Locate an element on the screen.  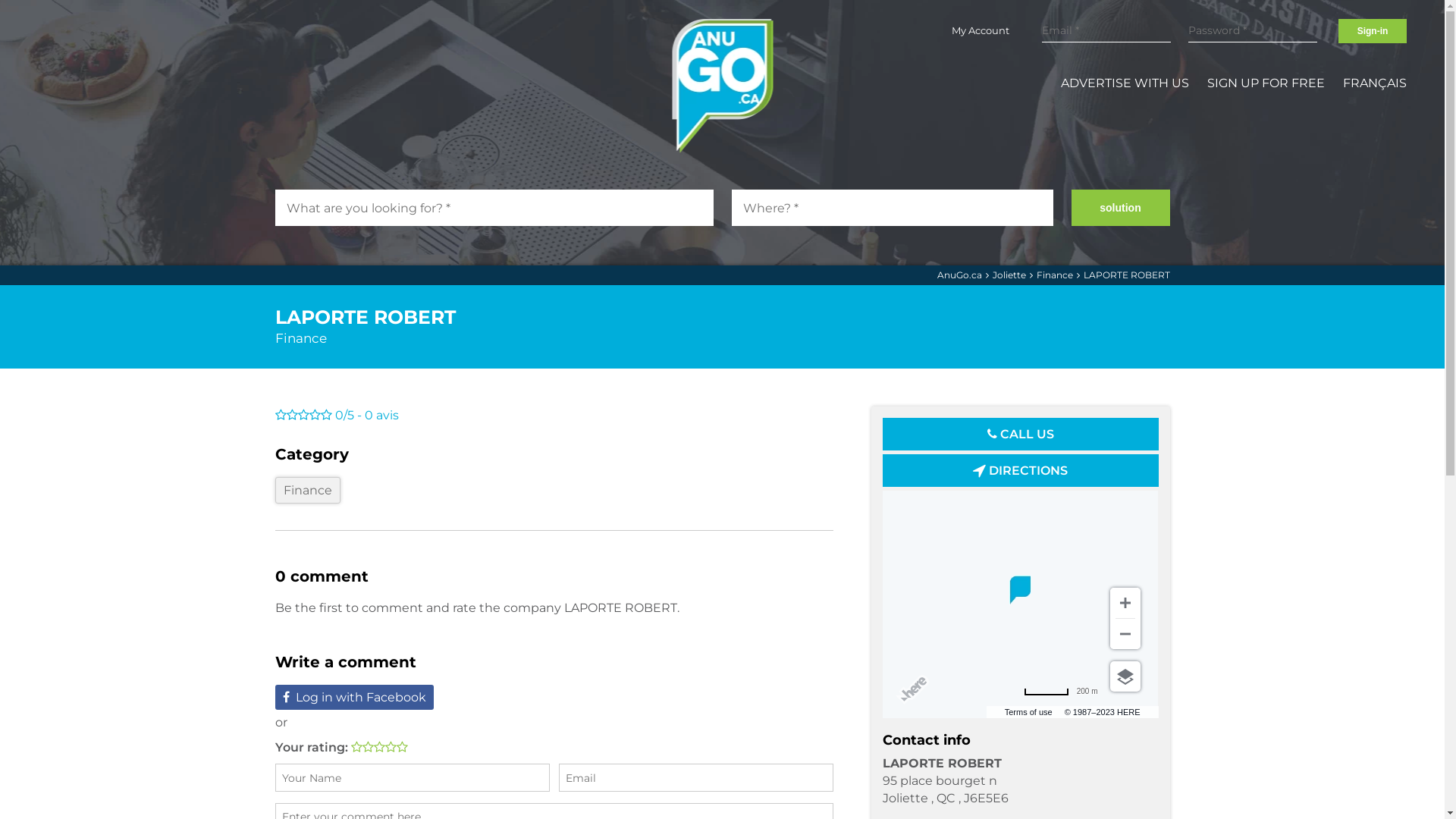
'LAPORTE ROBERT' is located at coordinates (1125, 275).